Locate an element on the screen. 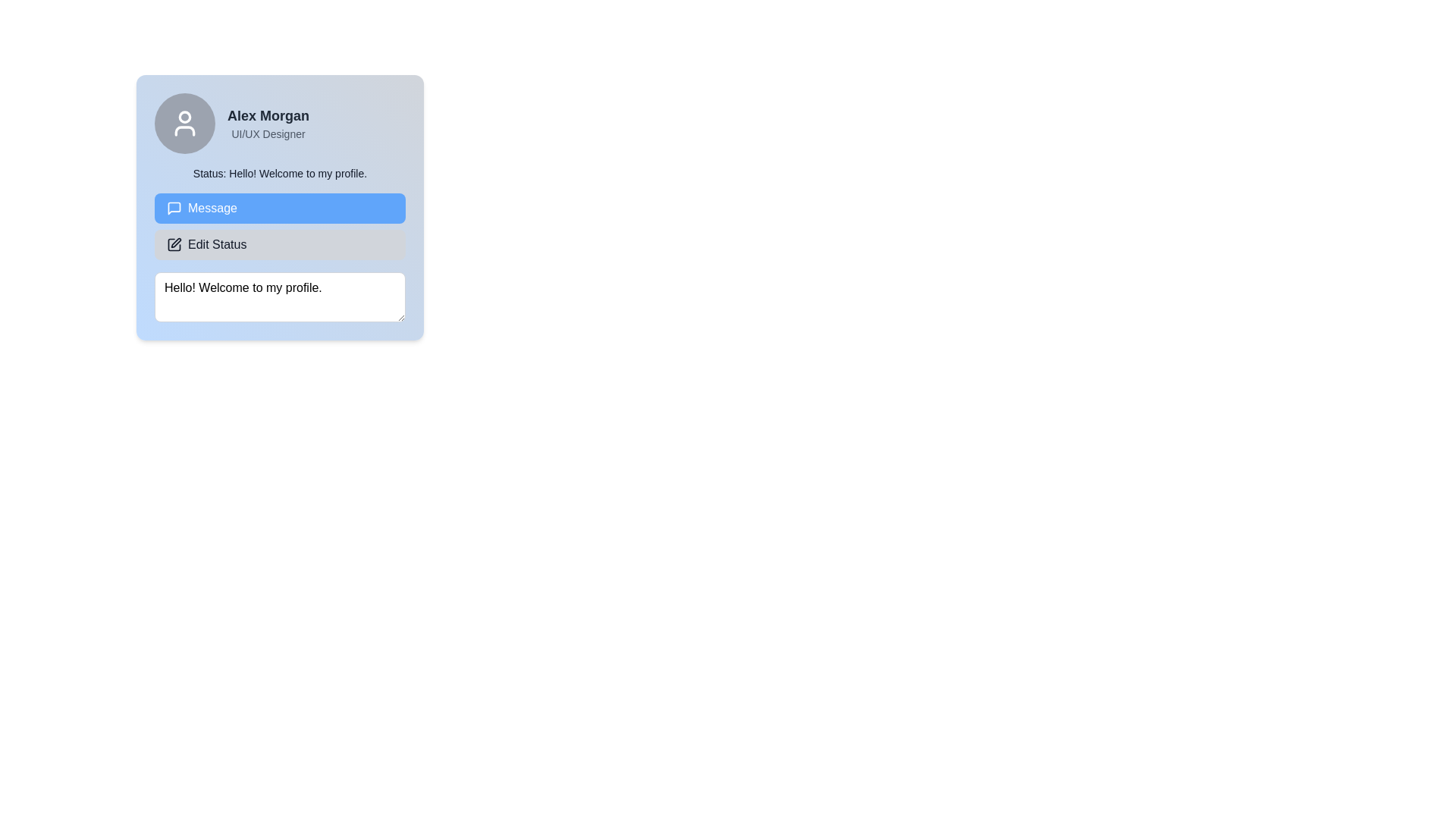 The width and height of the screenshot is (1456, 819). the text block displaying the user's name and title, located to the right of the circular profile icon in the upper-left corner of the card layout is located at coordinates (268, 122).